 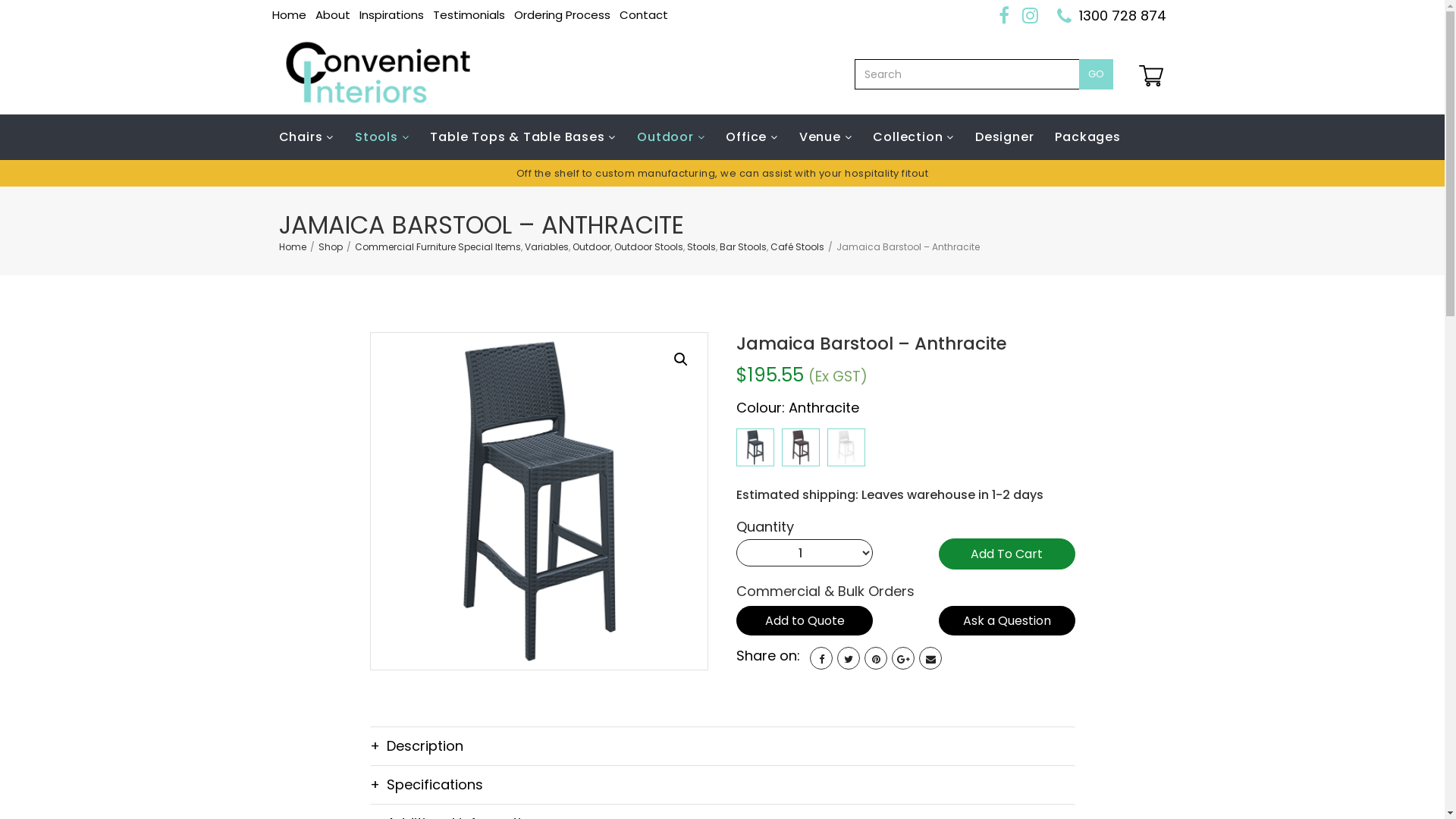 What do you see at coordinates (800, 447) in the screenshot?
I see `'Jamaica Barstool - Chocolate'` at bounding box center [800, 447].